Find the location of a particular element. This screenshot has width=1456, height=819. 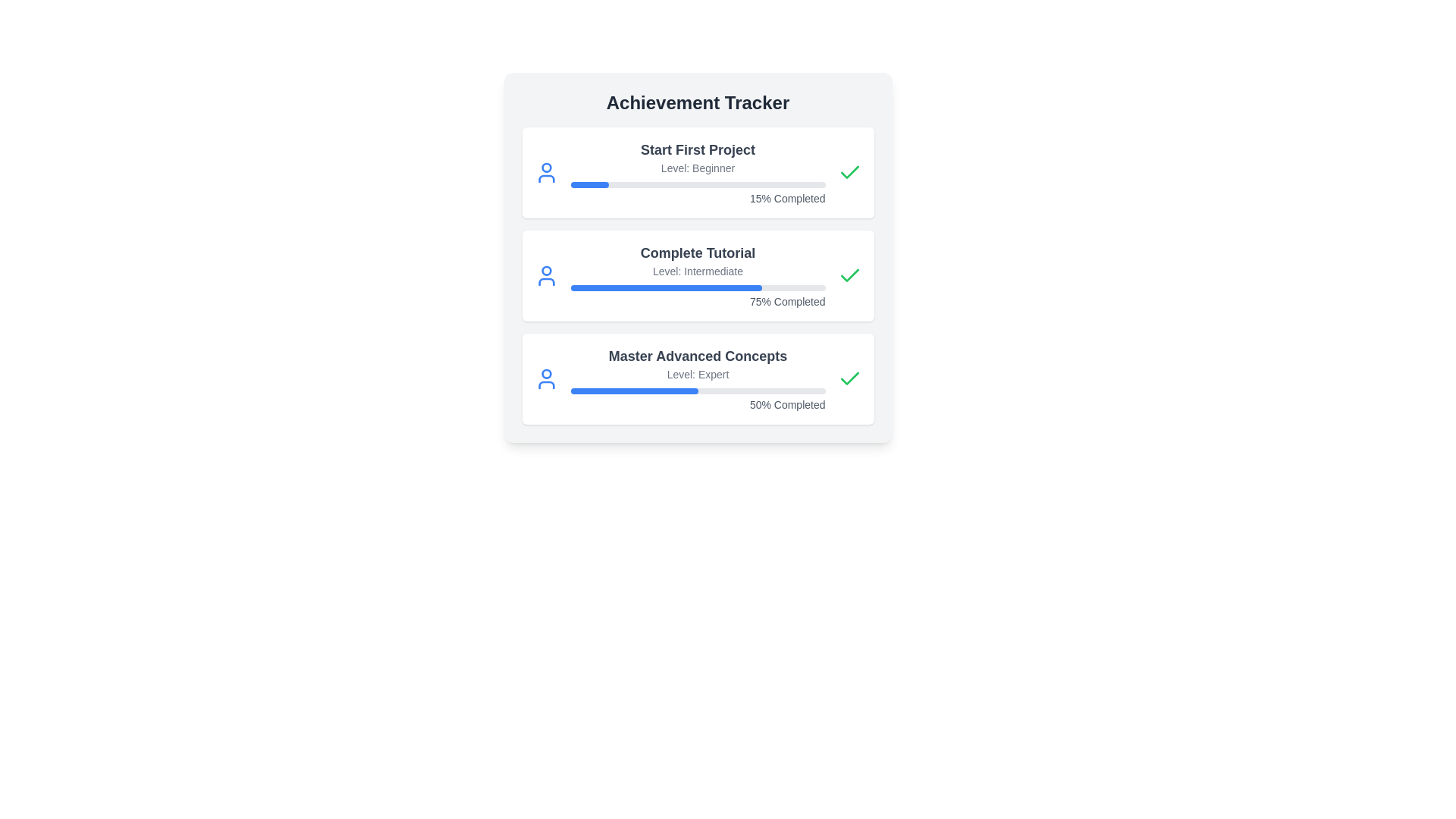

the title text of the third task card in the 'Achievement Tracker' interface, which describes the advanced concept mastery task is located at coordinates (697, 356).